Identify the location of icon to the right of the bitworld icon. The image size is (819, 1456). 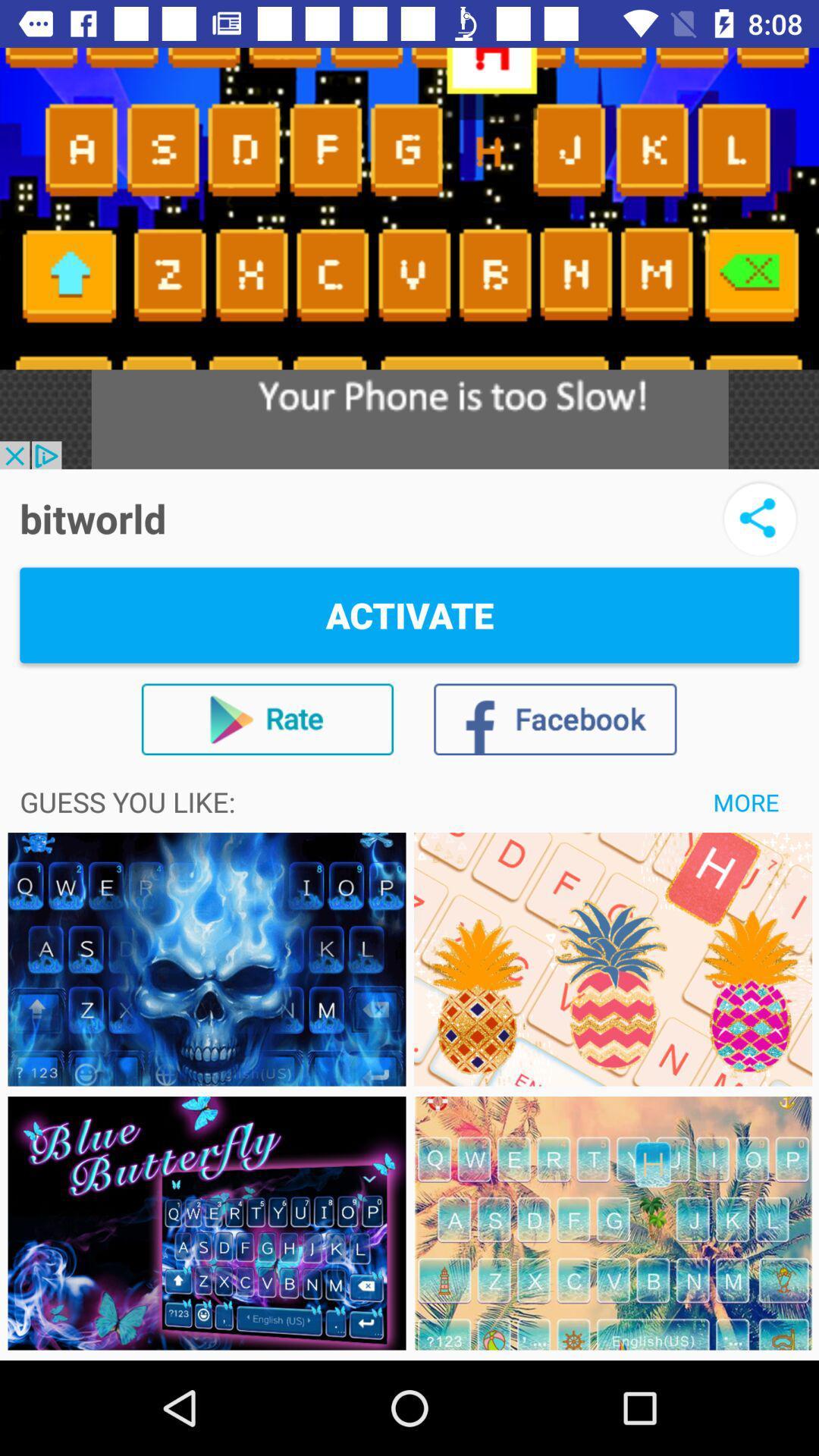
(760, 518).